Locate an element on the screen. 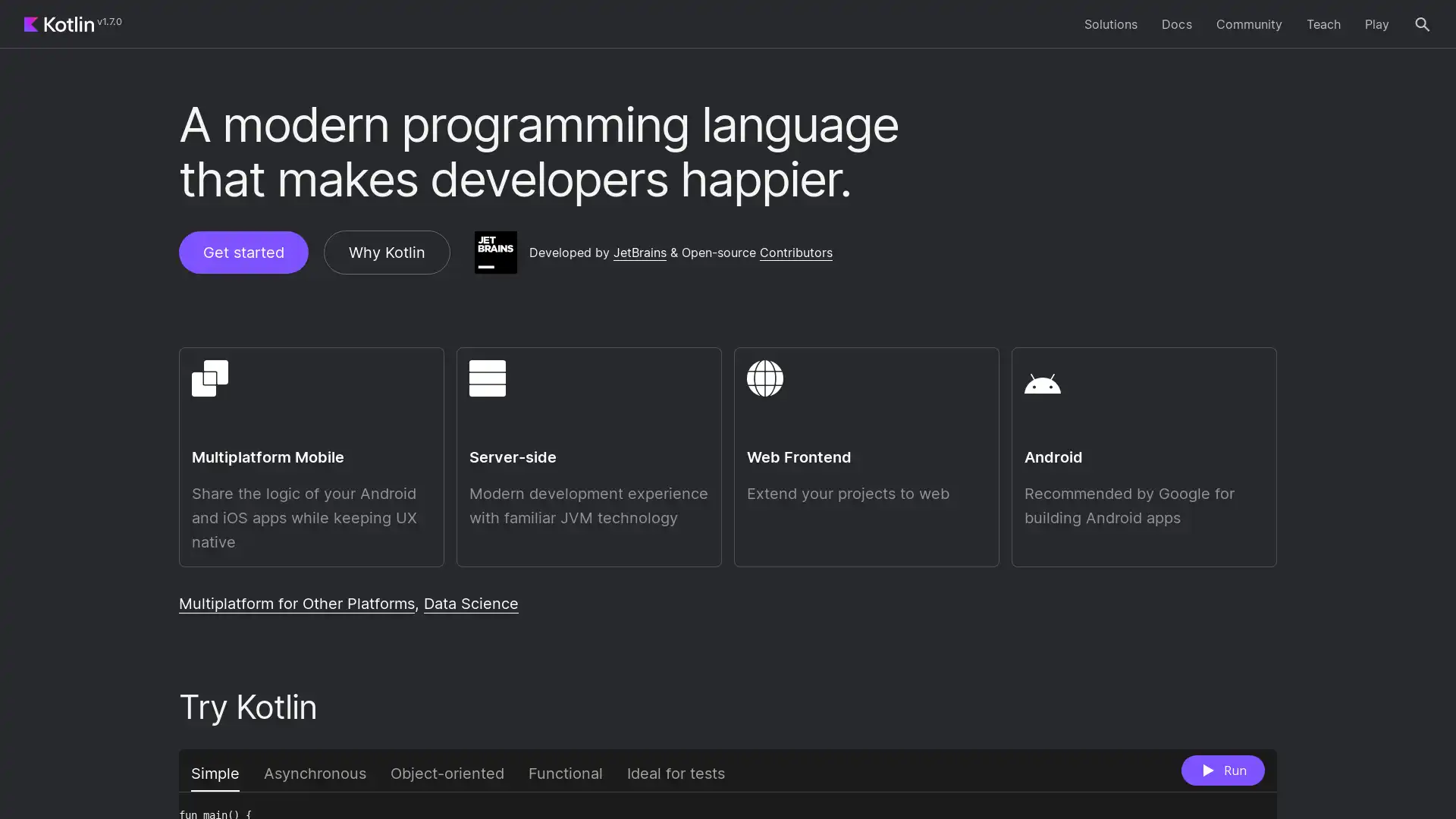  Search is located at coordinates (1422, 51).